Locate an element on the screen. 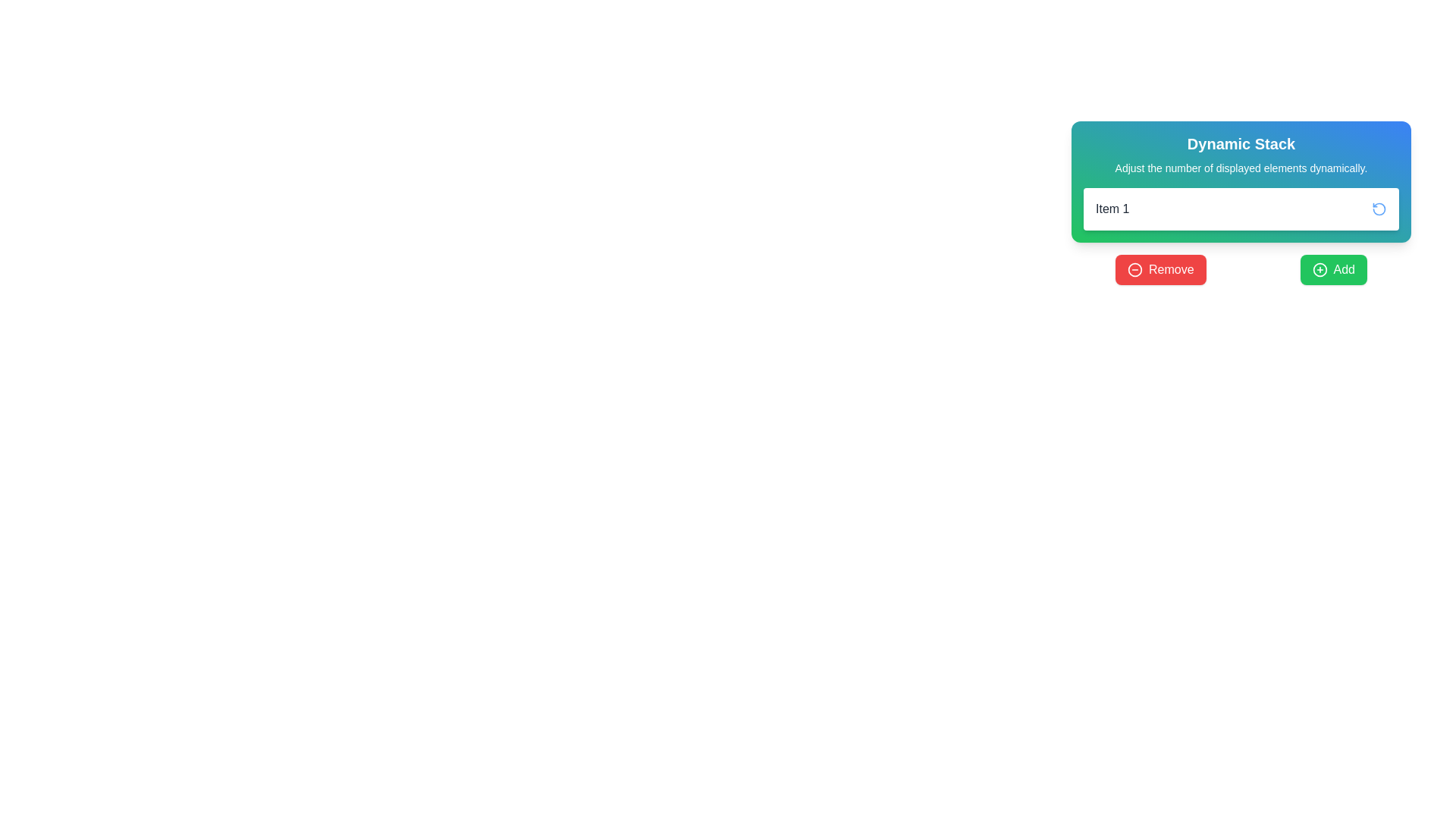 This screenshot has height=819, width=1456. the 'Remove' button with a bright red background and white text is located at coordinates (1159, 268).